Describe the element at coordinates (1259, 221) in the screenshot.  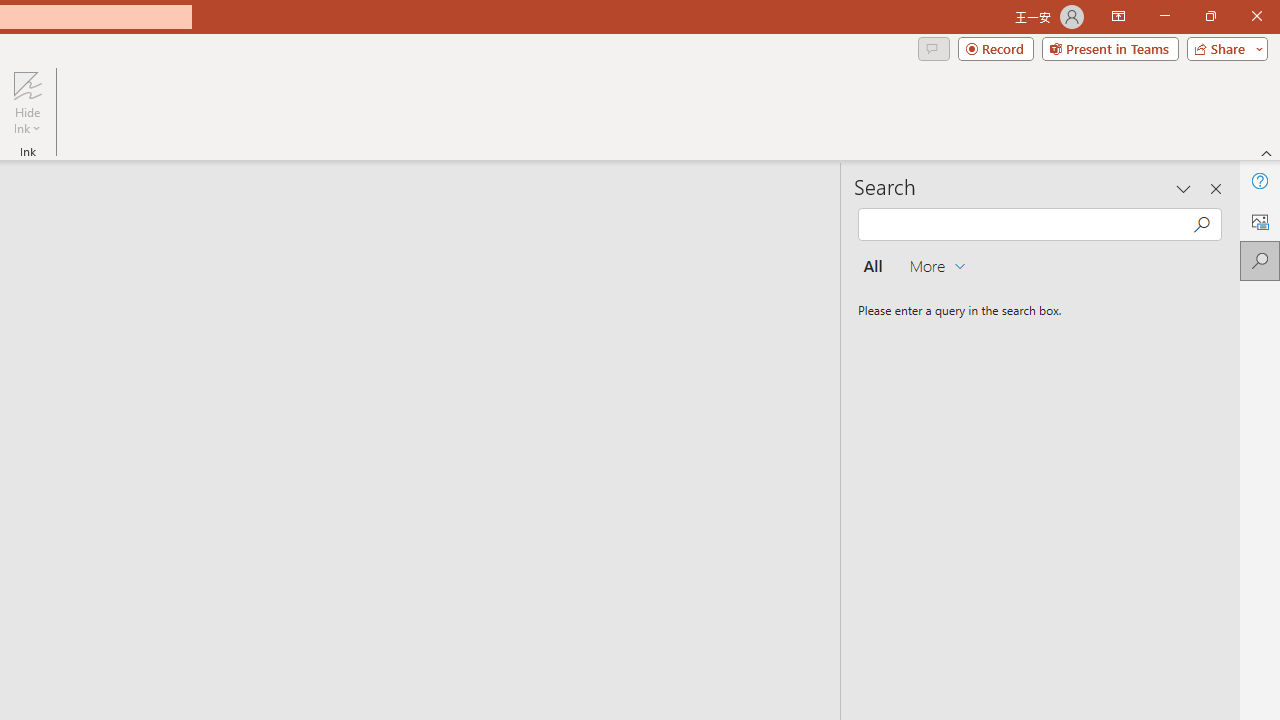
I see `'Alt Text'` at that location.